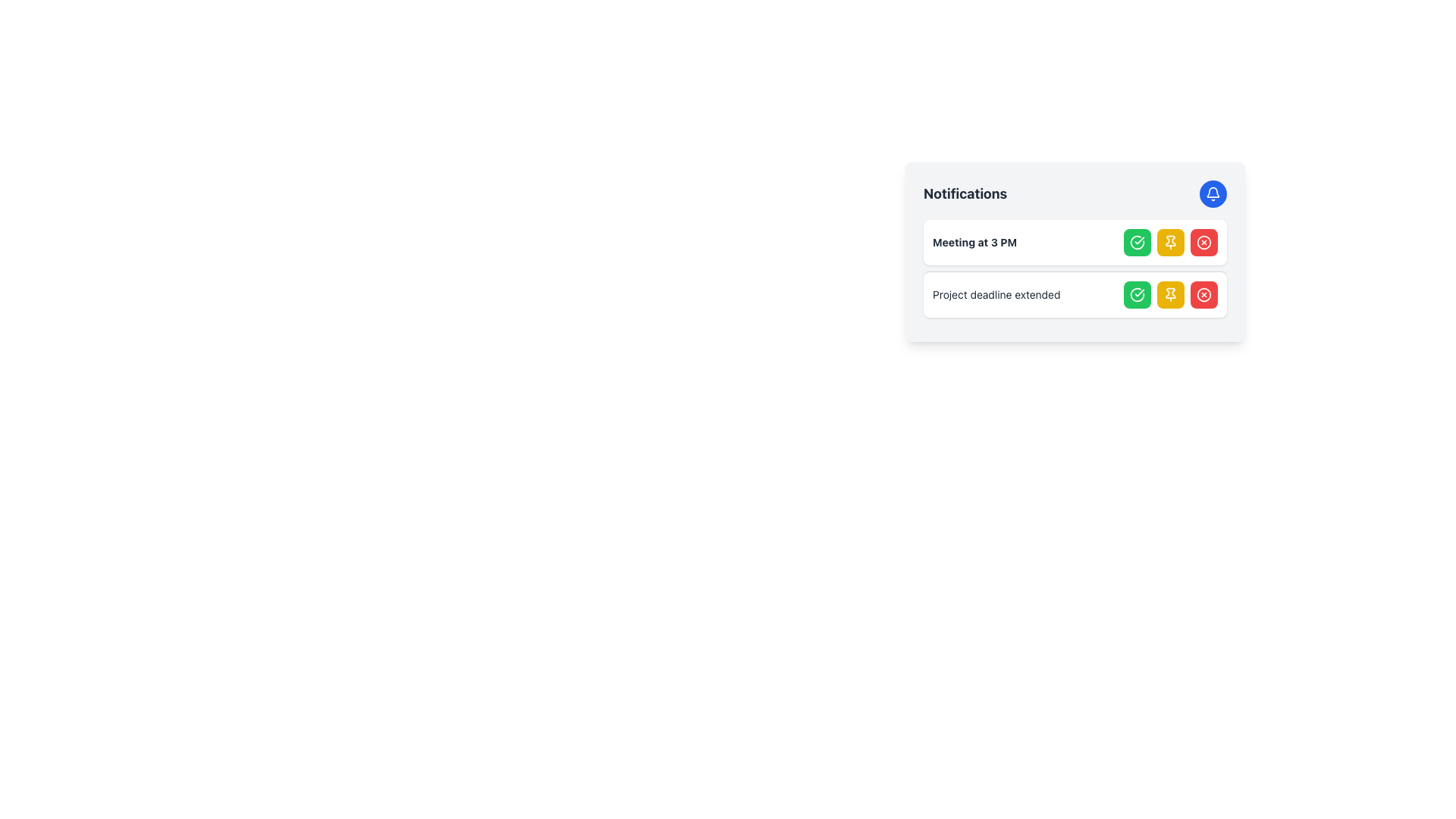  What do you see at coordinates (1137, 242) in the screenshot?
I see `the green button with a white checkmark, located to the right of the 'Meeting at 3 PM' notification card` at bounding box center [1137, 242].